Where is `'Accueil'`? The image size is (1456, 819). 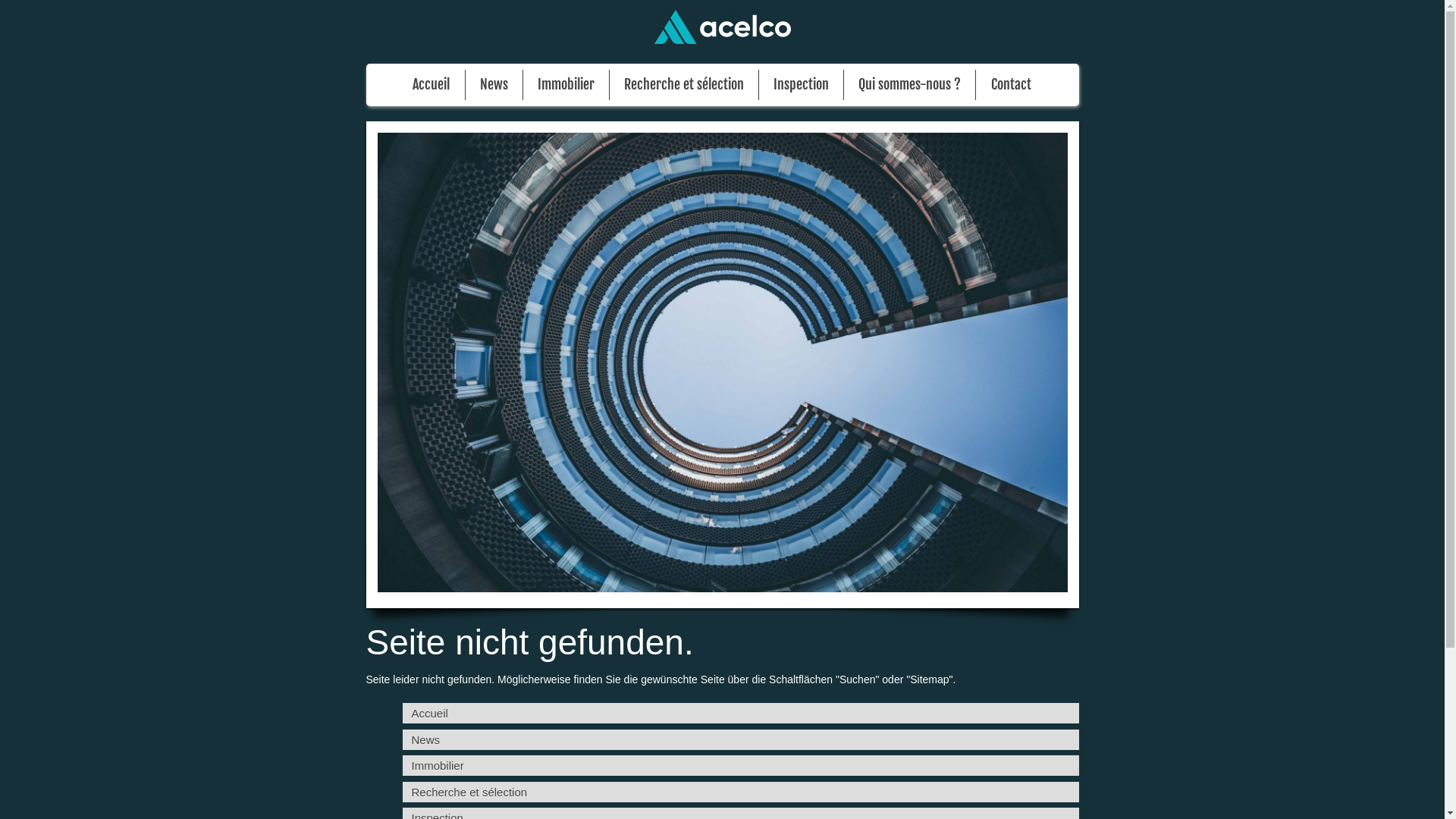
'Accueil' is located at coordinates (430, 84).